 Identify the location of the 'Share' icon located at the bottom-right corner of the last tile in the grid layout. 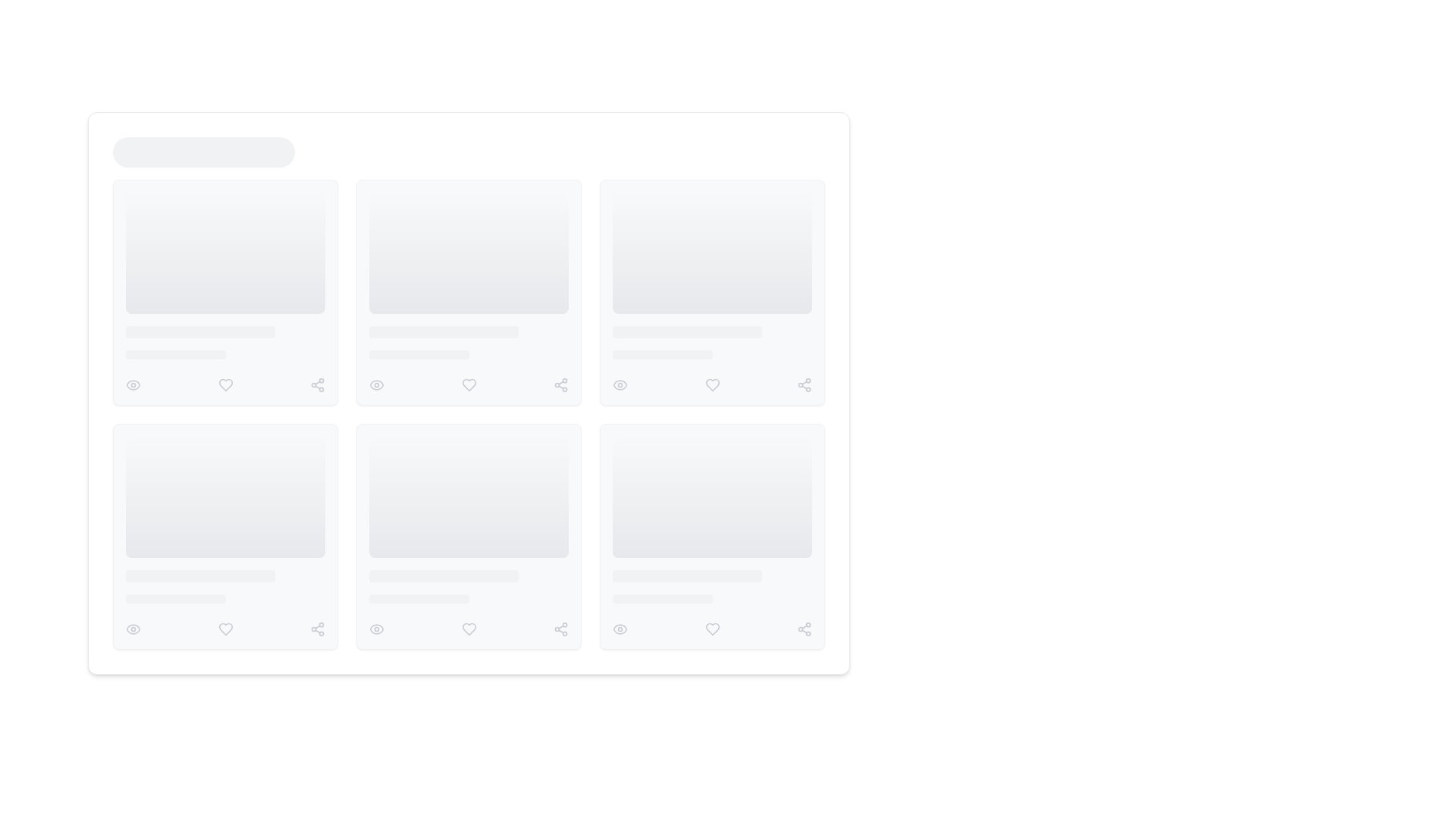
(803, 629).